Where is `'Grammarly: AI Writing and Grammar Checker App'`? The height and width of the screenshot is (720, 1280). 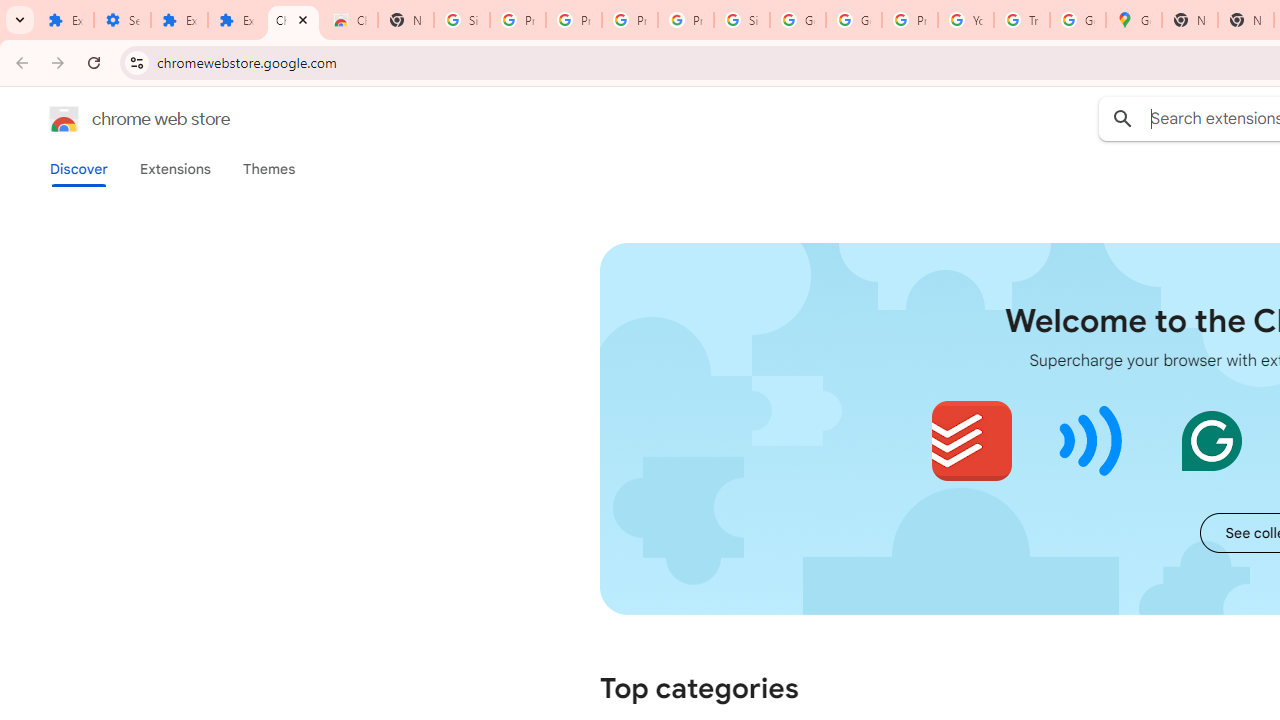
'Grammarly: AI Writing and Grammar Checker App' is located at coordinates (1210, 440).